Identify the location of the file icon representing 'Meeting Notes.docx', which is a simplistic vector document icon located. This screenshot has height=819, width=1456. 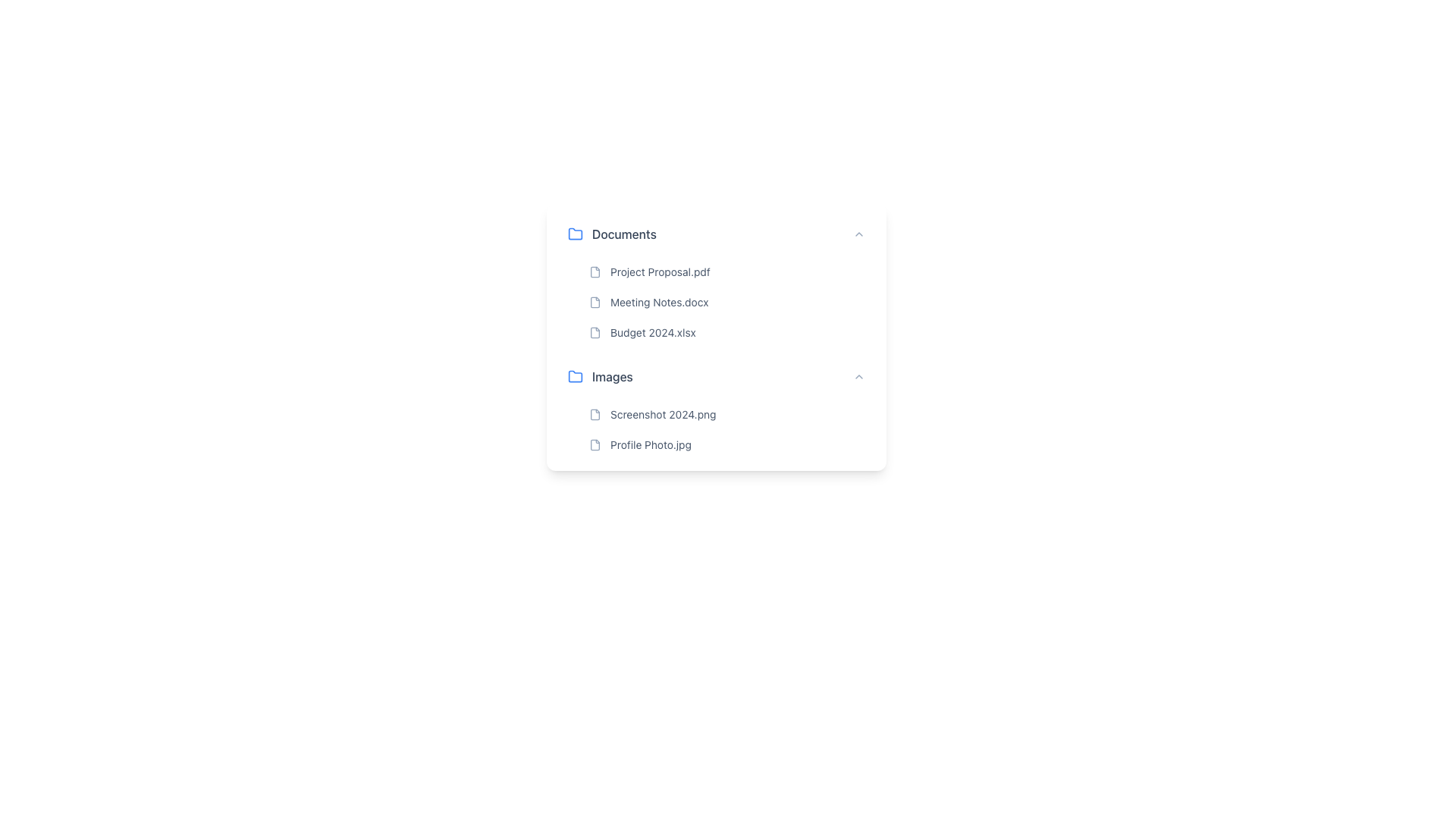
(595, 302).